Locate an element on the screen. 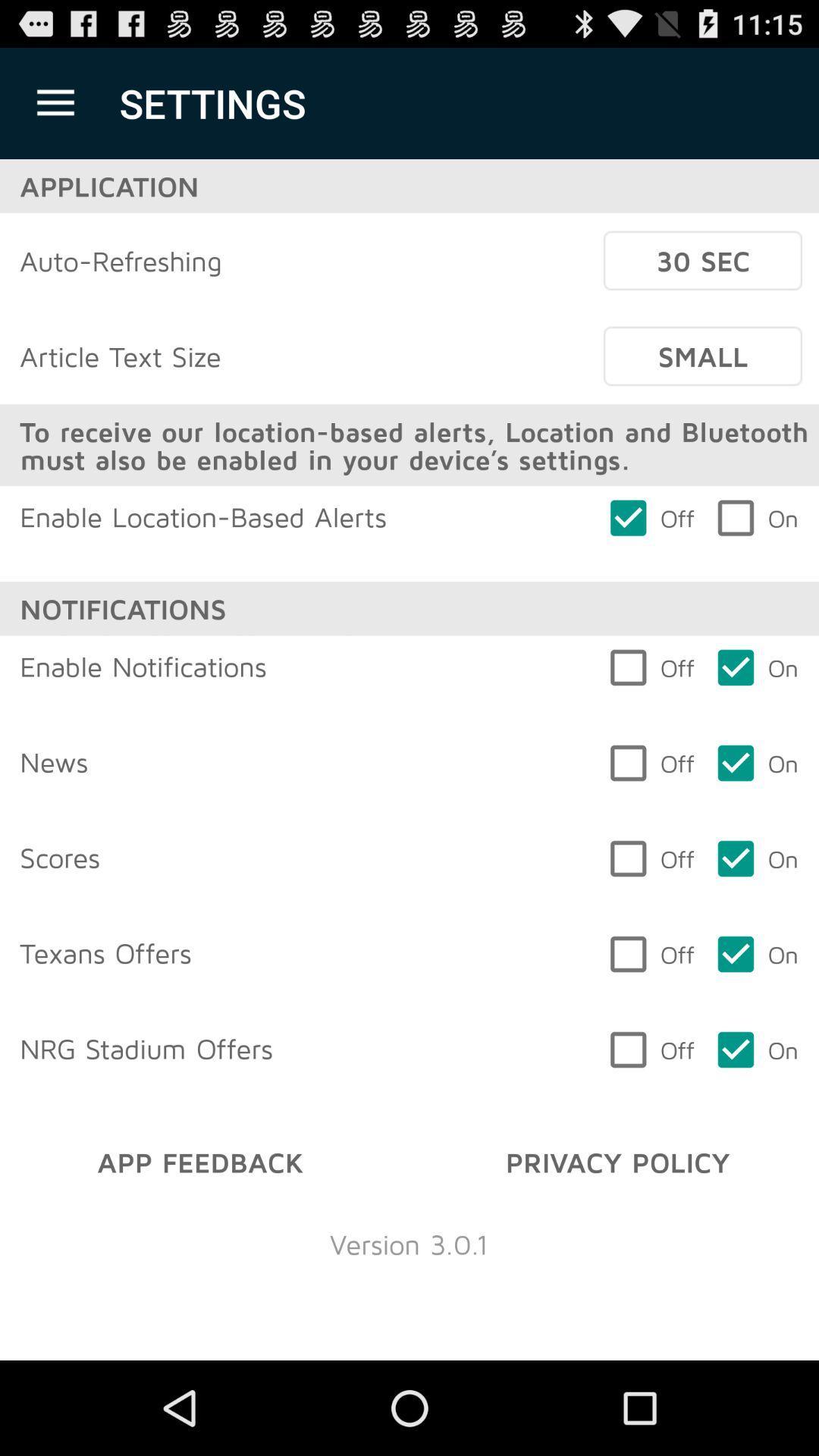 The image size is (819, 1456). item above the application icon is located at coordinates (55, 102).